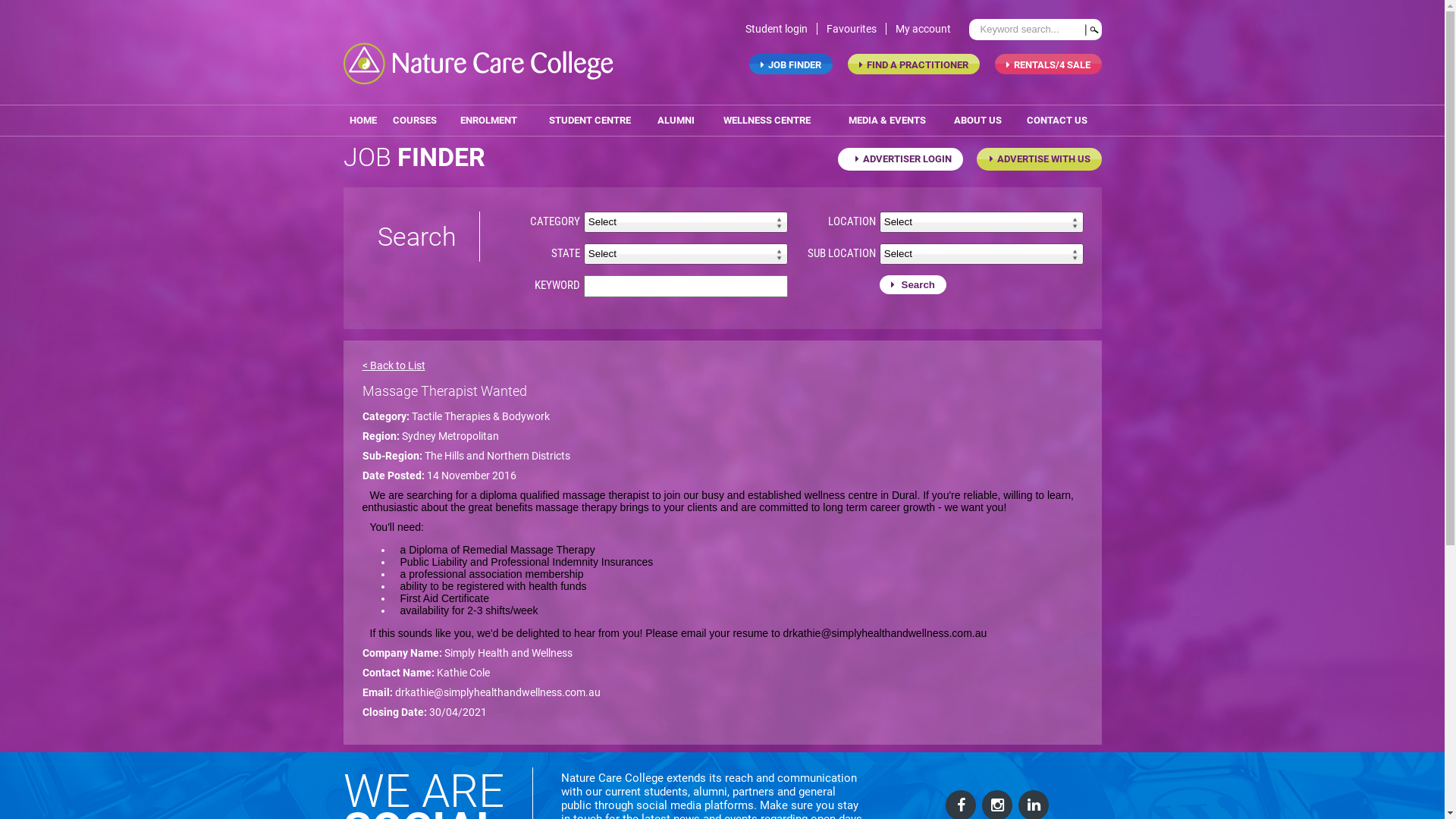 This screenshot has width=1456, height=819. I want to click on 'Search', so click(912, 284).